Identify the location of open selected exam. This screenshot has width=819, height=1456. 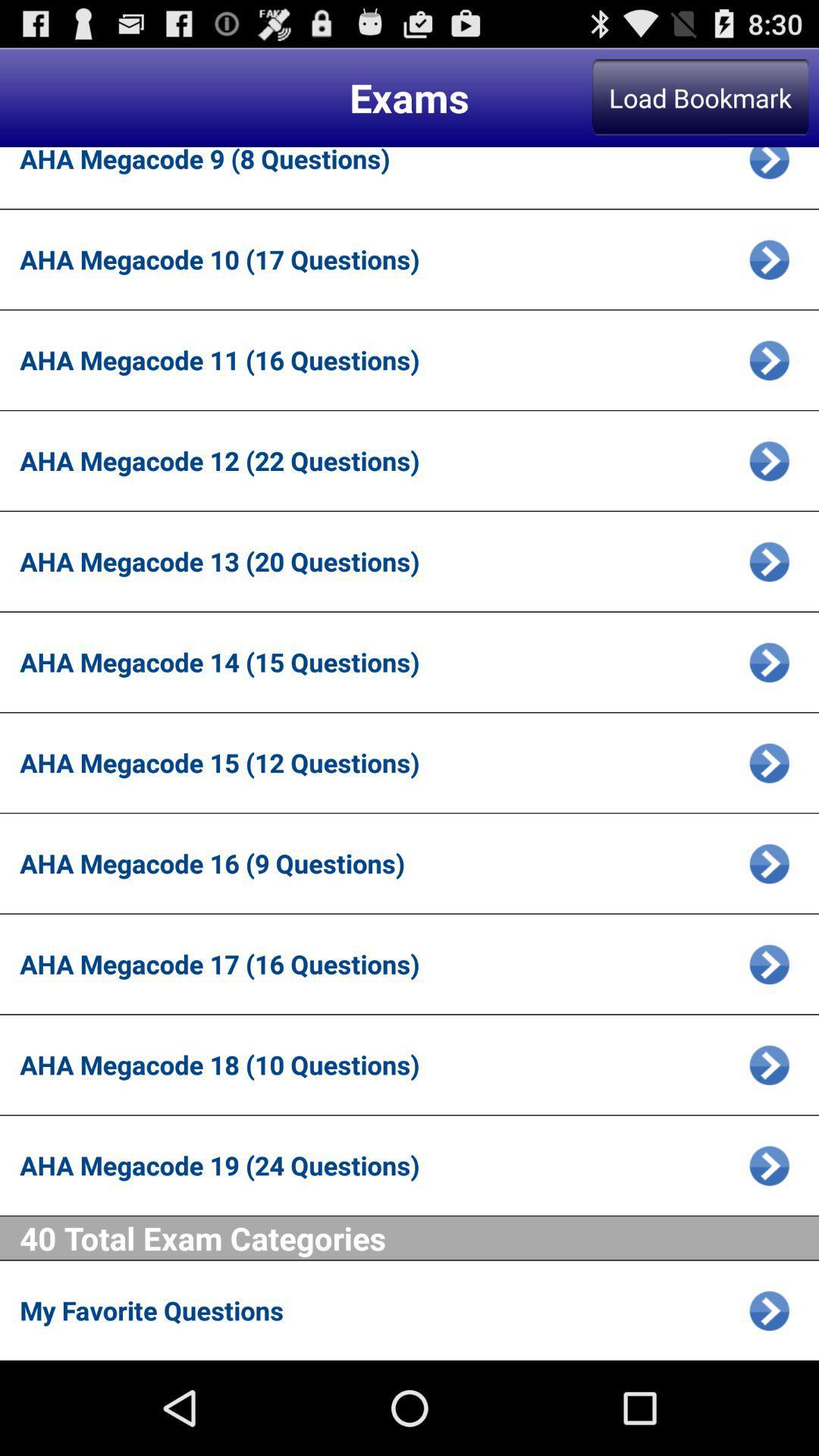
(769, 460).